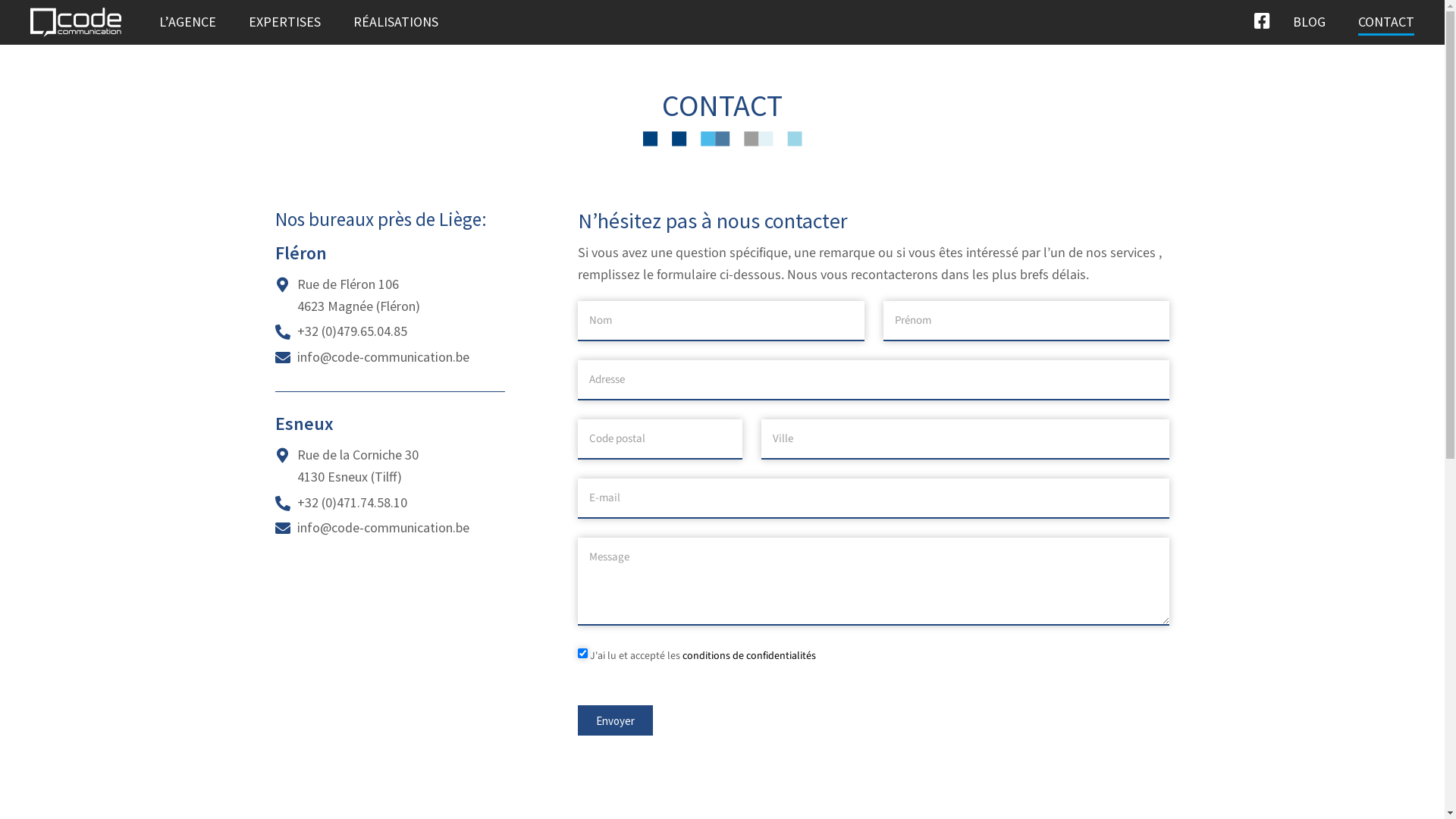 The image size is (1456, 819). I want to click on '+32 (0)471.74.58.10', so click(297, 502).